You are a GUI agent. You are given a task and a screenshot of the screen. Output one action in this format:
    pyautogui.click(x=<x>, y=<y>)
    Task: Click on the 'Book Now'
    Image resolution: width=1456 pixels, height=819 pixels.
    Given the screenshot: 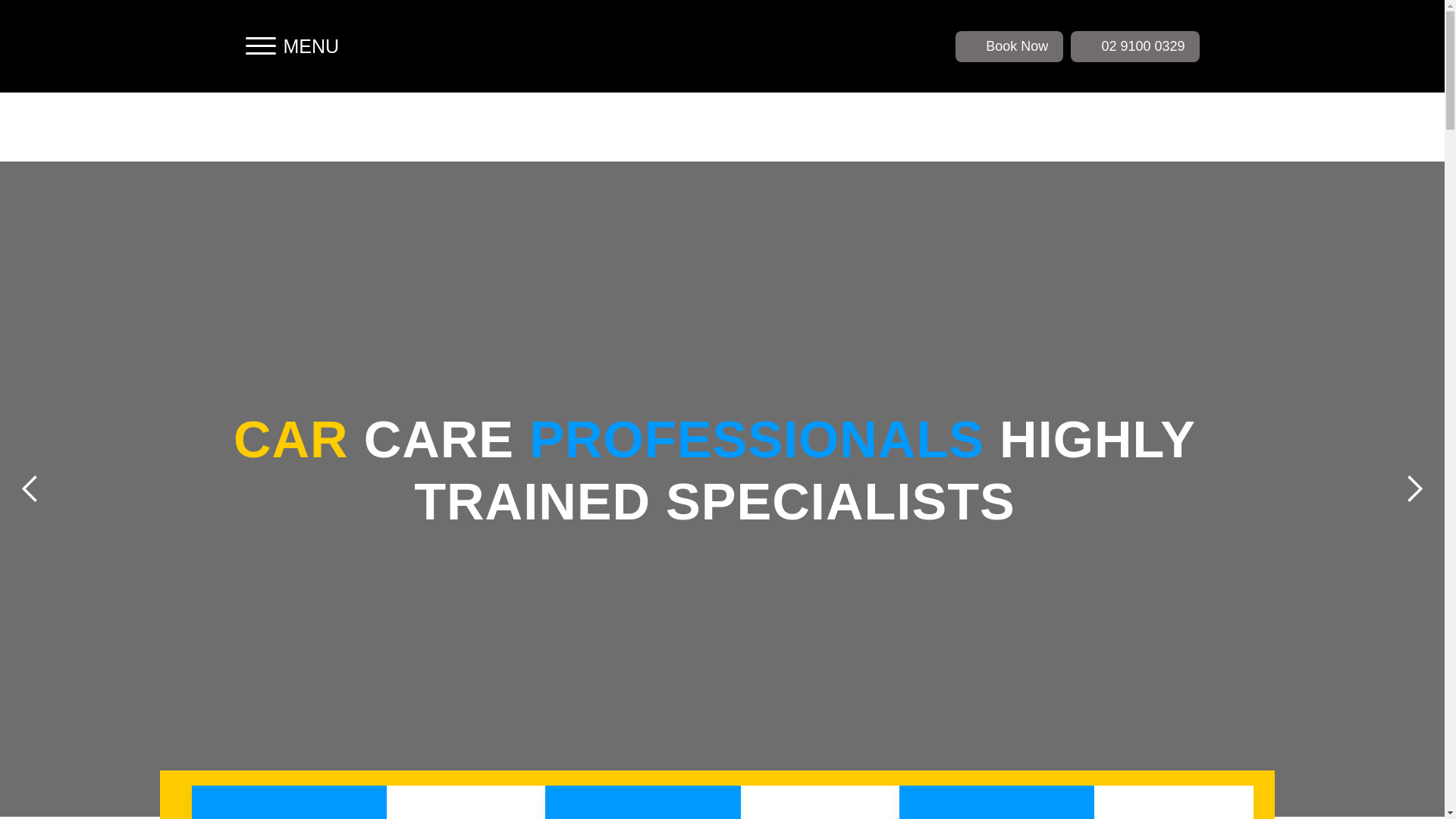 What is the action you would take?
    pyautogui.click(x=1009, y=45)
    